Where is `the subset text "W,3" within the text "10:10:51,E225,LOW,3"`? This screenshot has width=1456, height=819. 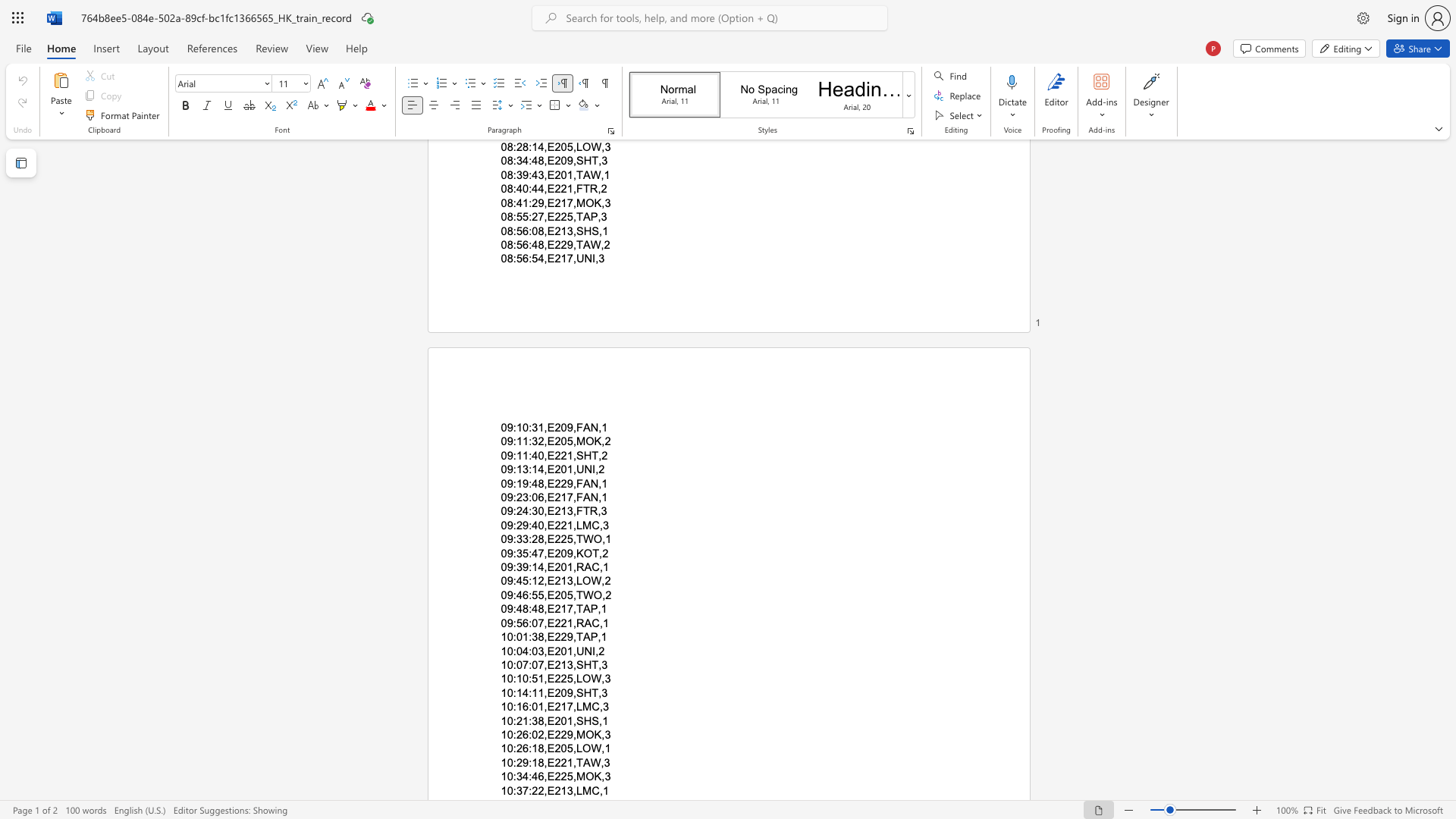 the subset text "W,3" within the text "10:10:51,E225,LOW,3" is located at coordinates (590, 678).